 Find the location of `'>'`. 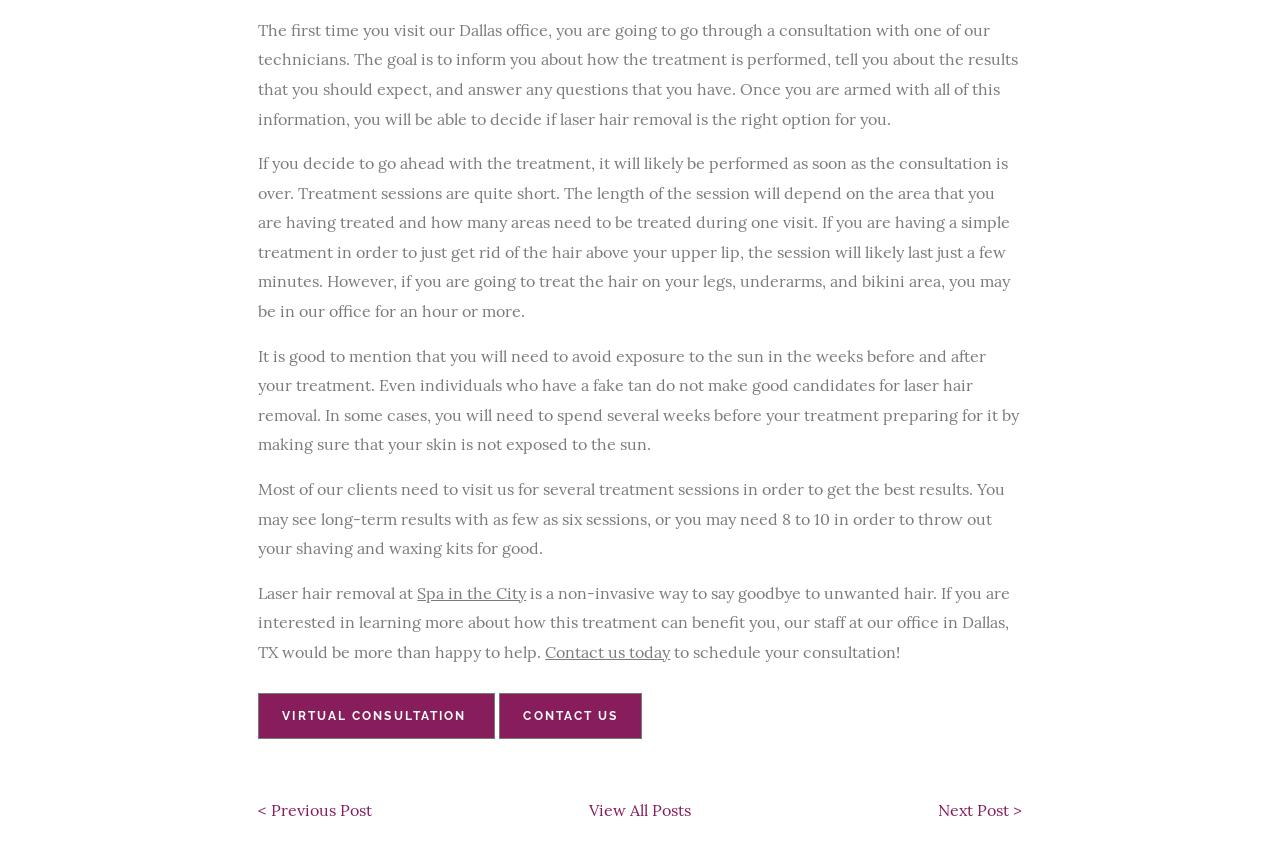

'>' is located at coordinates (1008, 808).